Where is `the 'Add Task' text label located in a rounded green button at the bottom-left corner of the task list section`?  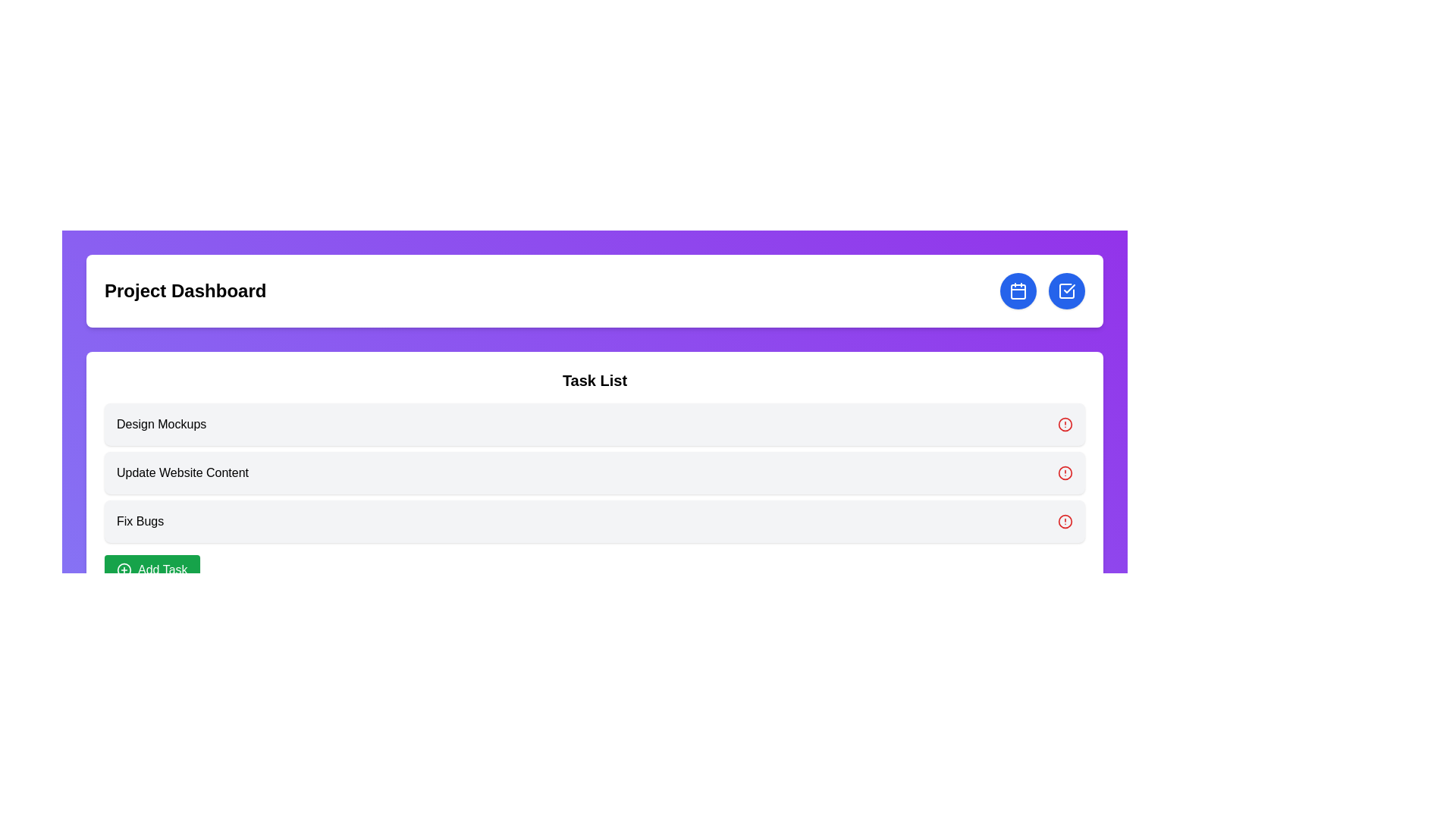
the 'Add Task' text label located in a rounded green button at the bottom-left corner of the task list section is located at coordinates (162, 570).